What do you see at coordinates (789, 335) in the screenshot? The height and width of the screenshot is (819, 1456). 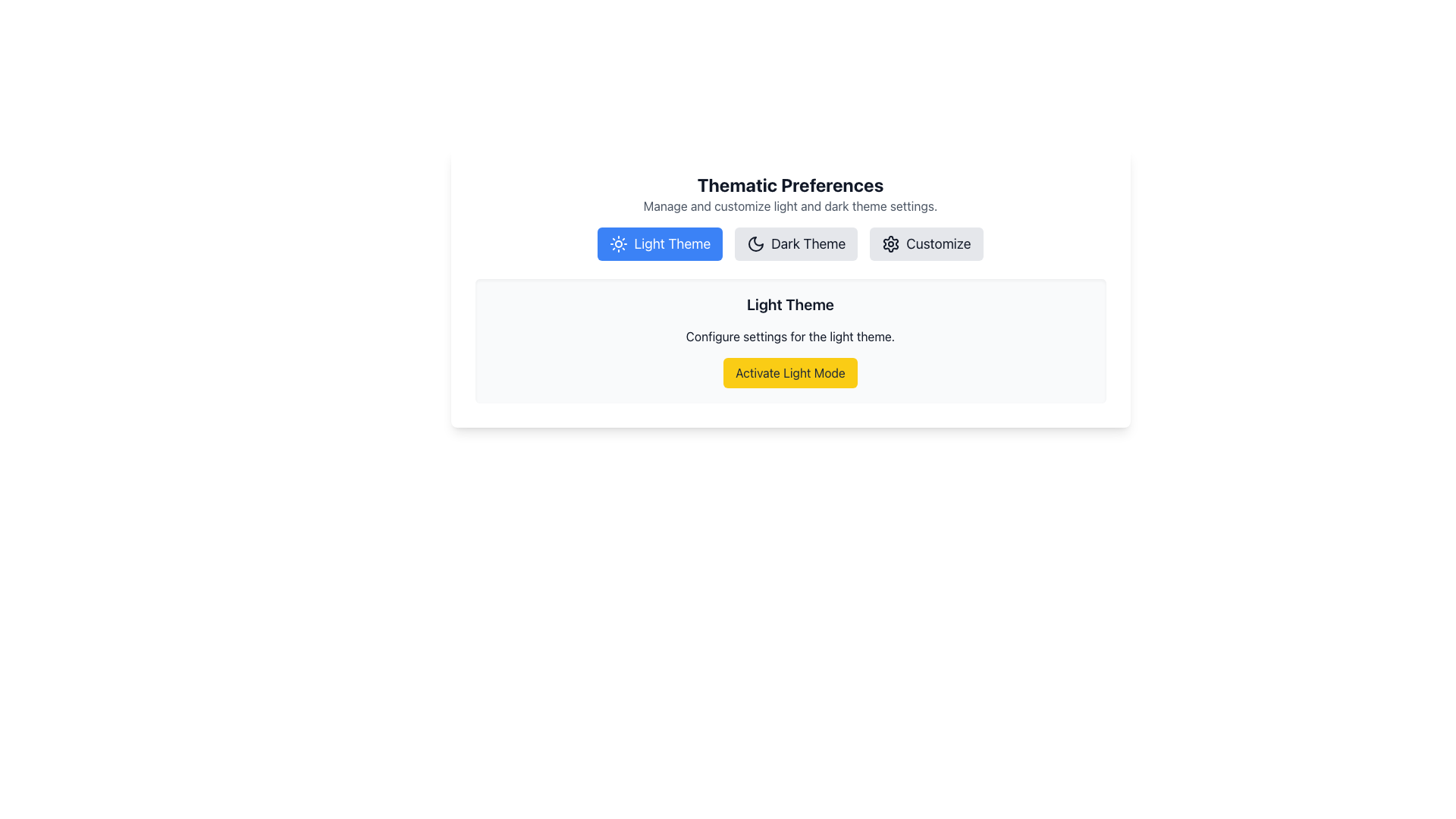 I see `the static text element that provides configuration instructions related to the light theme, positioned below the 'Light Theme' heading and above the 'Activate Light Mode' button` at bounding box center [789, 335].